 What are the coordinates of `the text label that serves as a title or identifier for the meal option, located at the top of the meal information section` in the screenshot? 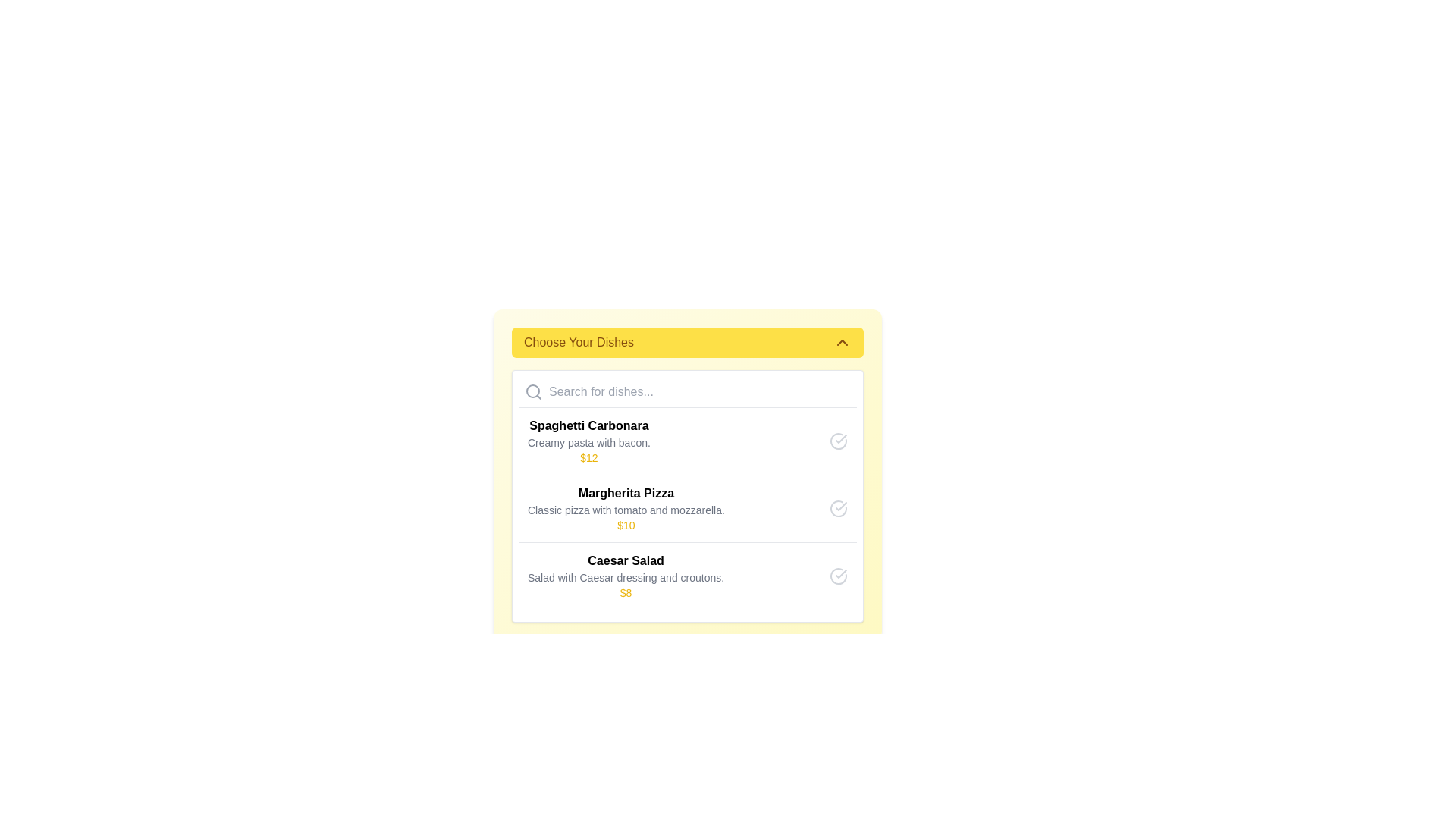 It's located at (626, 561).